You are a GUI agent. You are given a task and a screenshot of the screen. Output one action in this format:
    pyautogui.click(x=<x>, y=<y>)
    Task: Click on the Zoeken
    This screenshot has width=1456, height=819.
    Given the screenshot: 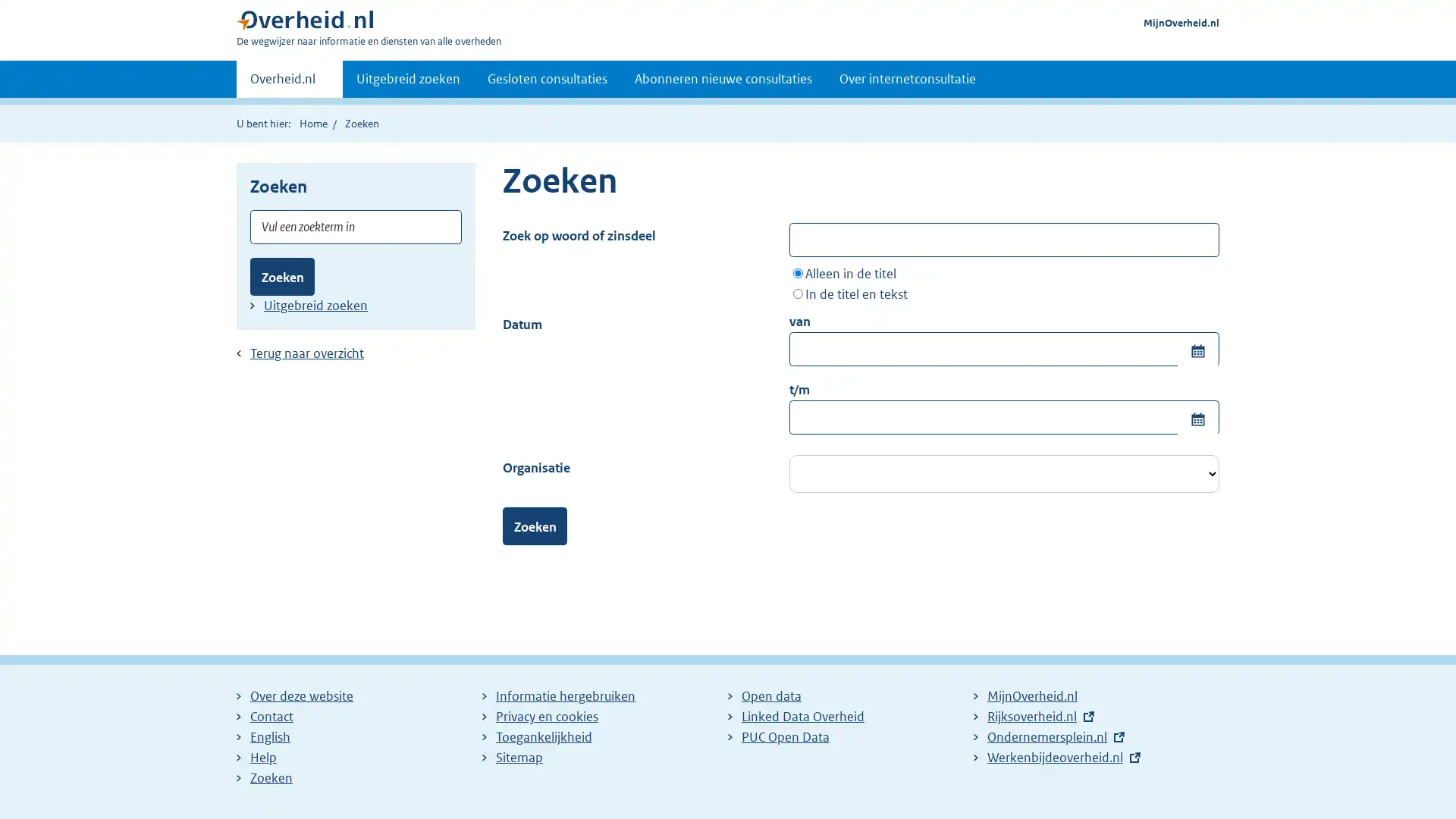 What is the action you would take?
    pyautogui.click(x=282, y=276)
    